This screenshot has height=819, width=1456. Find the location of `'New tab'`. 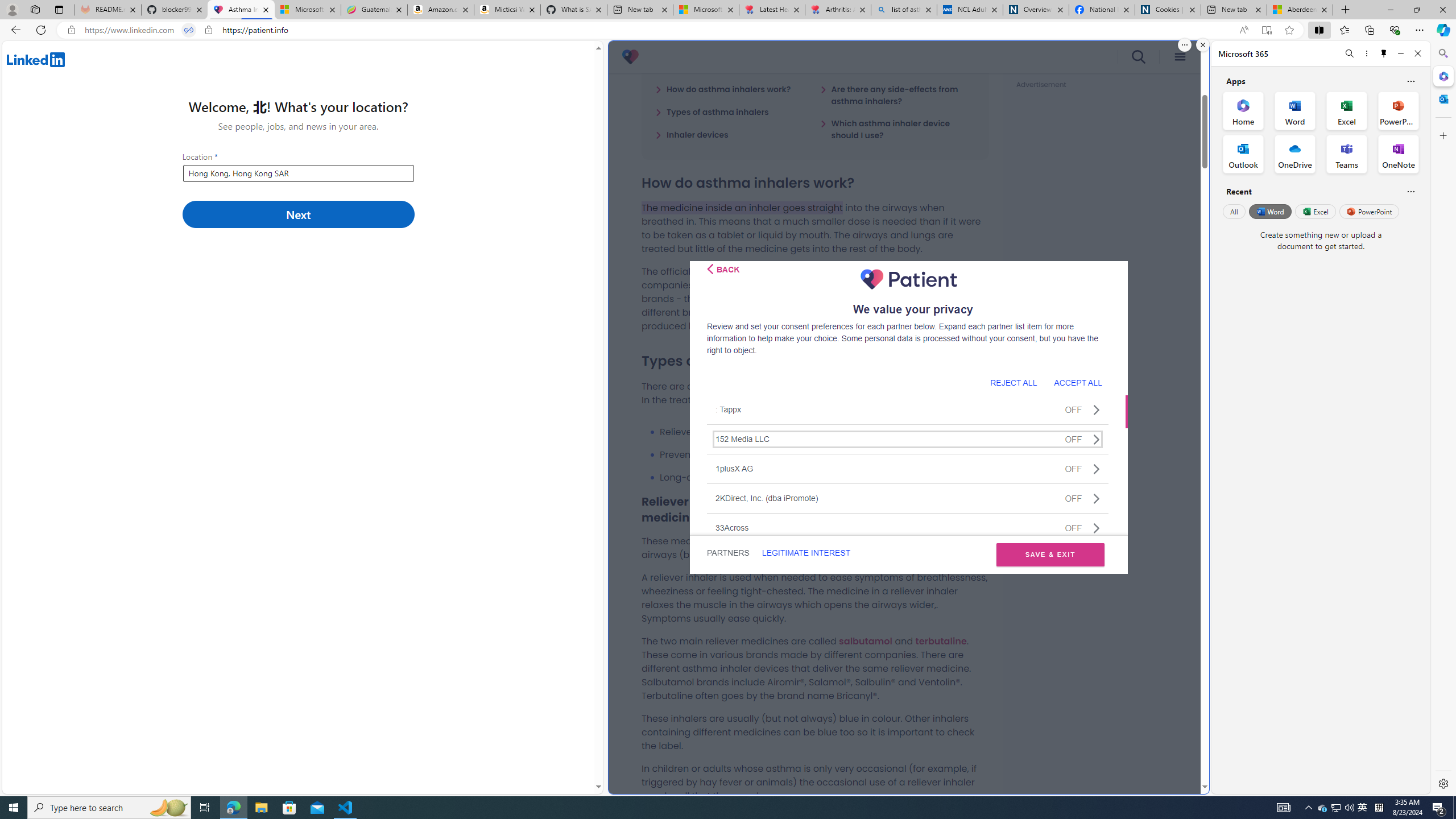

'New tab' is located at coordinates (1233, 9).